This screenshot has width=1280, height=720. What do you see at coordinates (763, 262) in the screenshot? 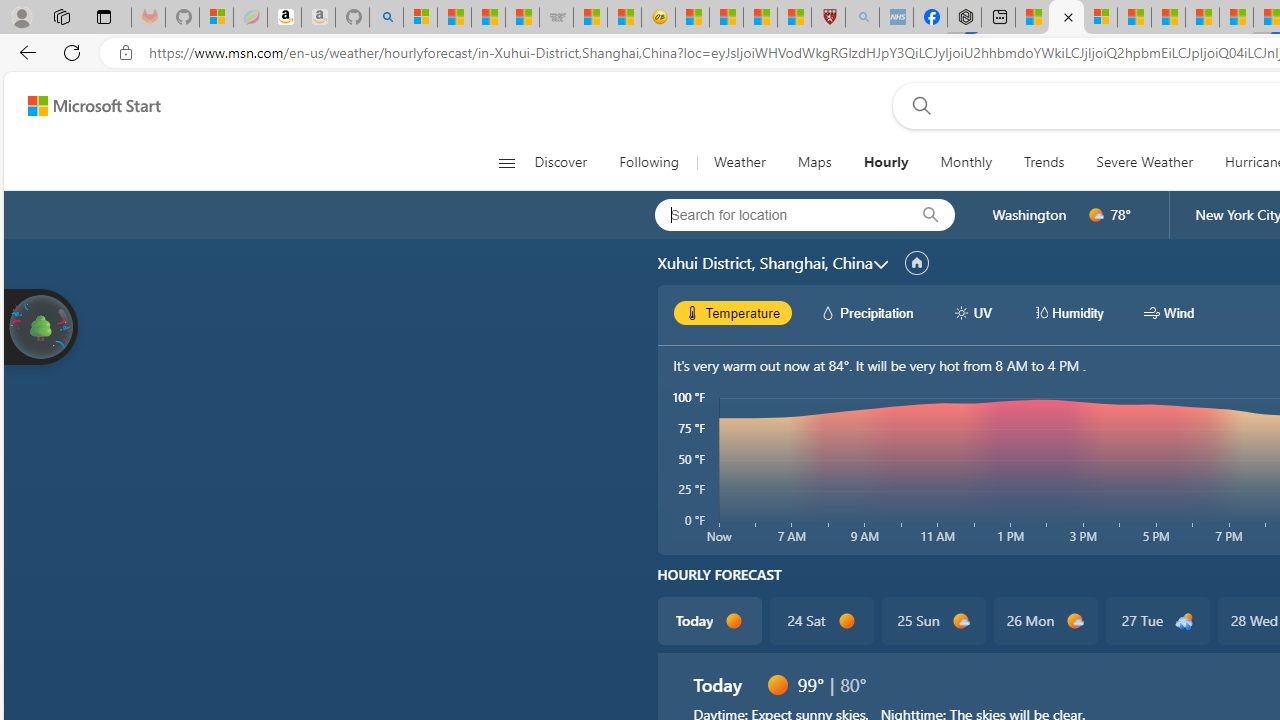
I see `'Xuhui District, Shanghai, China'` at bounding box center [763, 262].